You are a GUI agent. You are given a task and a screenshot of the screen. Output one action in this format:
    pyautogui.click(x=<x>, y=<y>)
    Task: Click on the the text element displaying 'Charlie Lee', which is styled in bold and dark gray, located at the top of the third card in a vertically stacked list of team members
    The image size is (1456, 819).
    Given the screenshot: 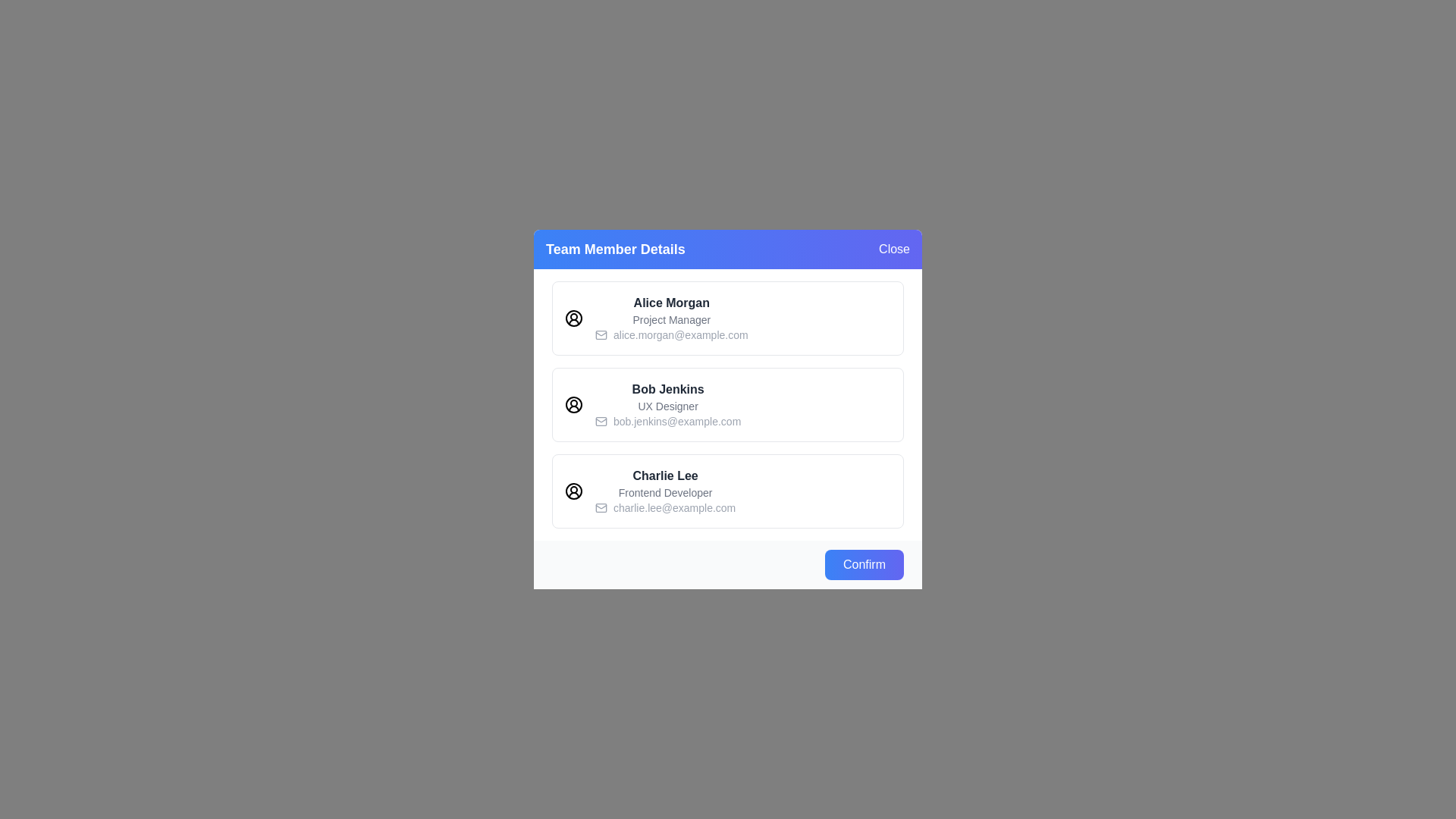 What is the action you would take?
    pyautogui.click(x=665, y=475)
    